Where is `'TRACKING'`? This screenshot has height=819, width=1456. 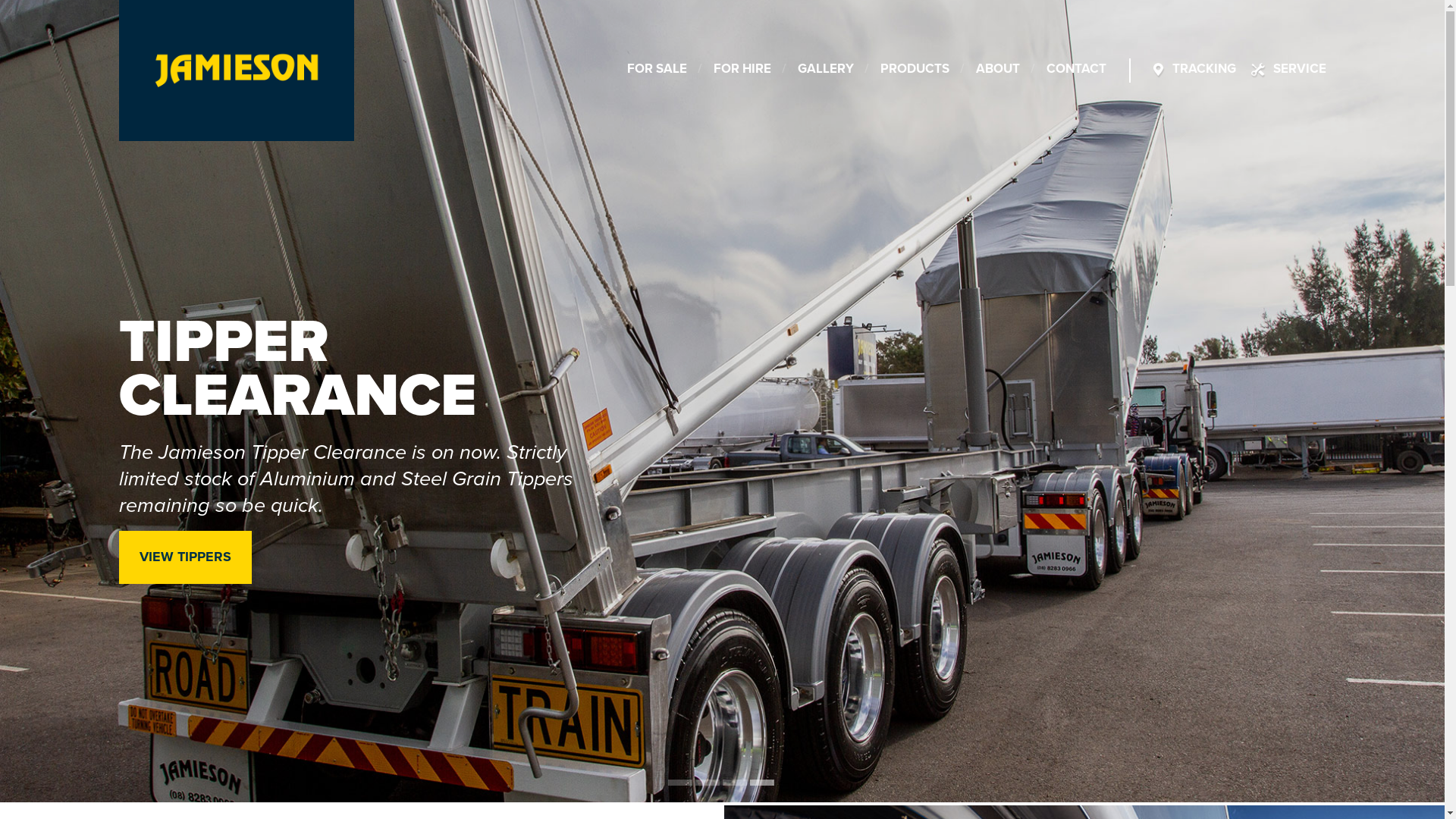
'TRACKING' is located at coordinates (1203, 70).